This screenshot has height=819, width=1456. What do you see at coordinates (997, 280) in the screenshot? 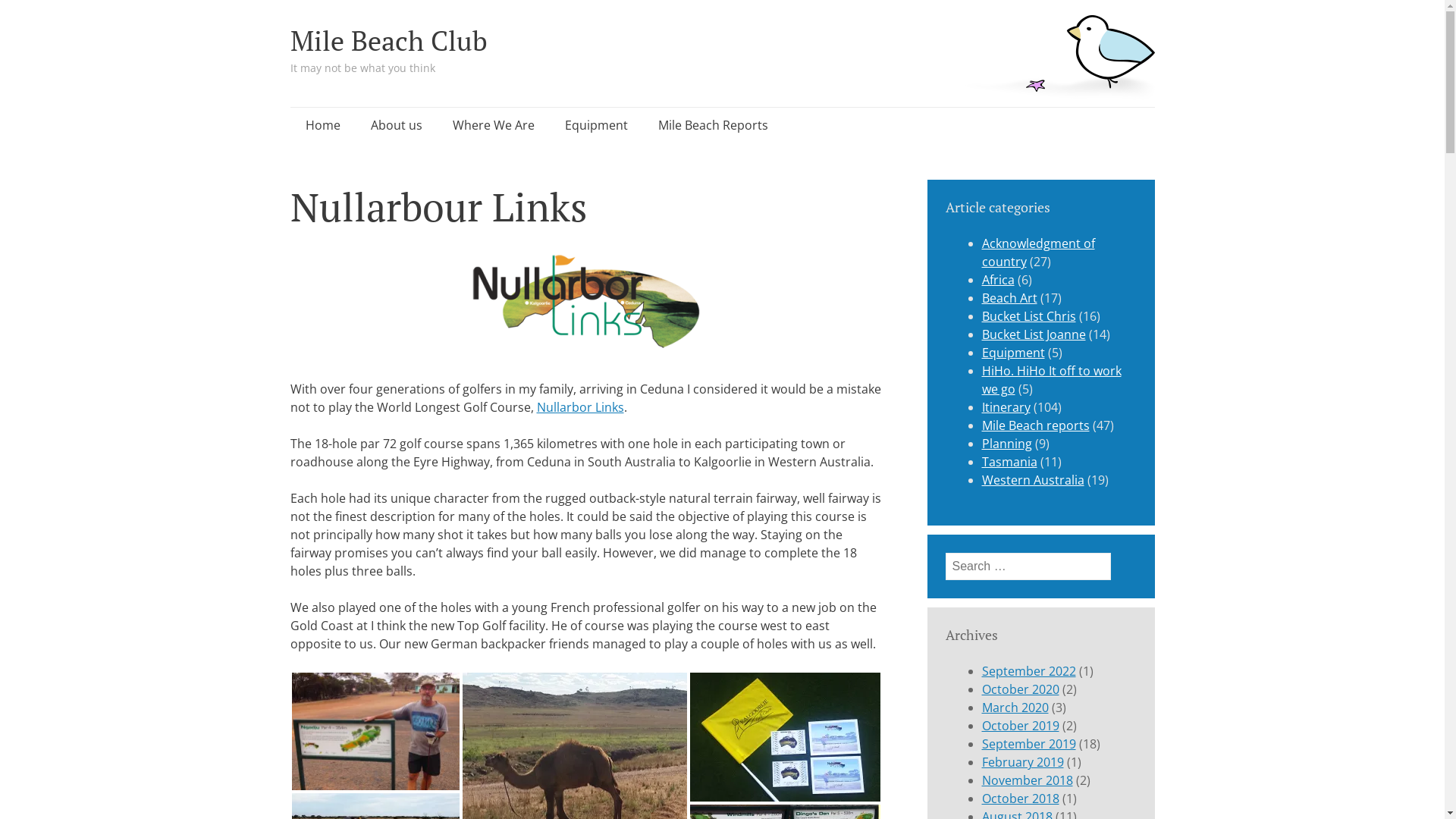
I see `'Africa'` at bounding box center [997, 280].